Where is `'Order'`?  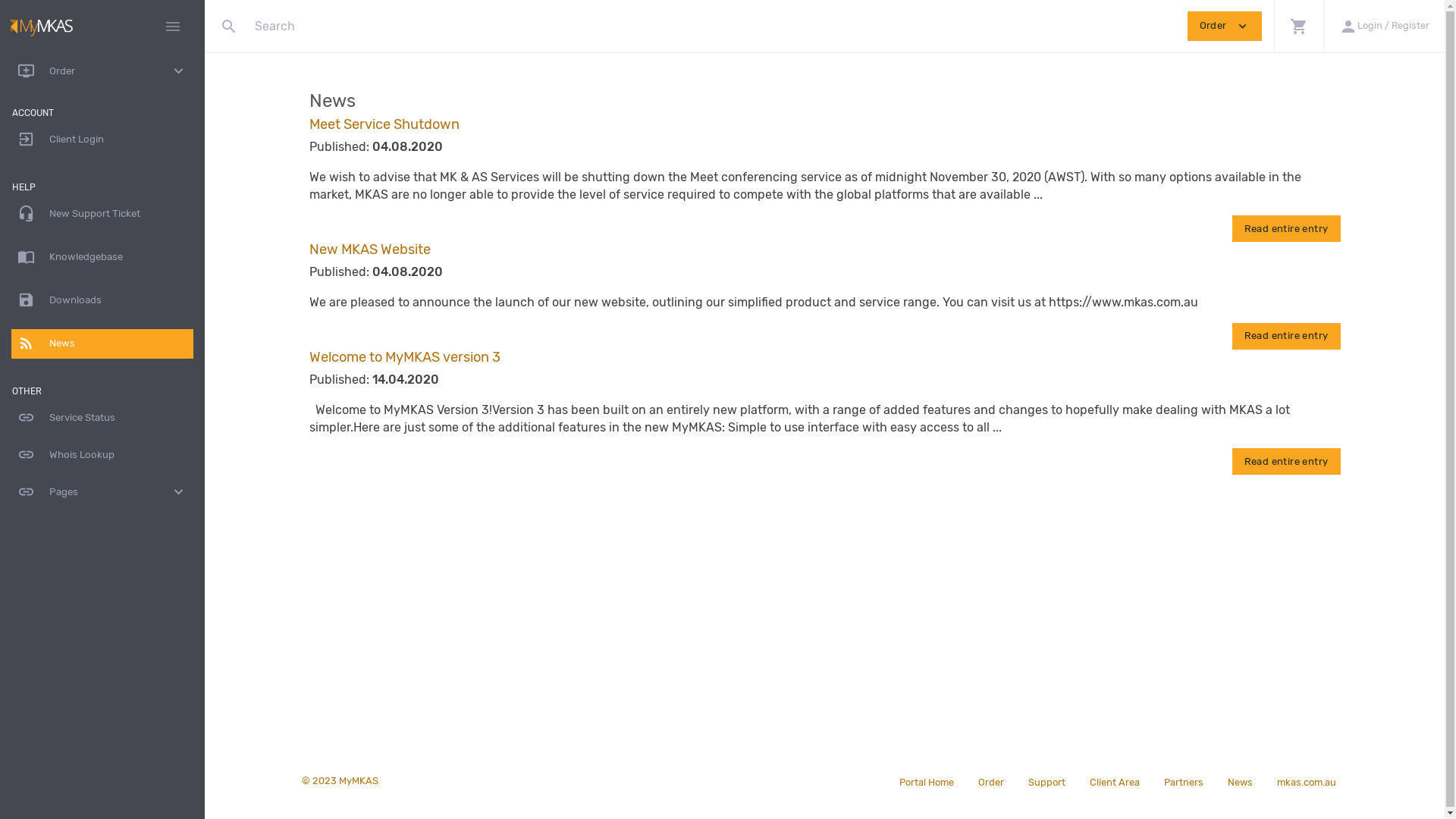
'Order' is located at coordinates (990, 781).